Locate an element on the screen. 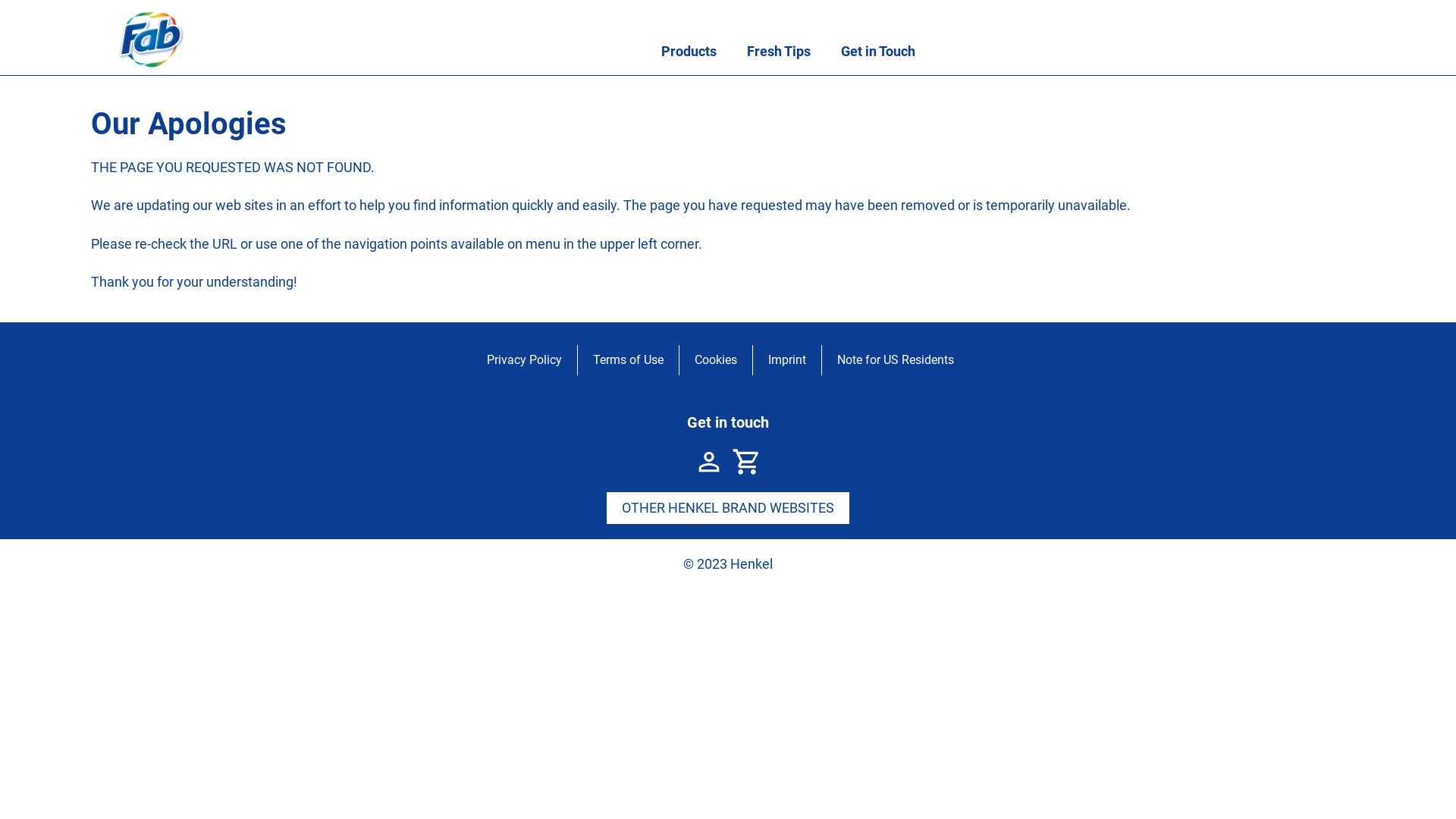 The height and width of the screenshot is (819, 1456). 'Products' is located at coordinates (688, 51).